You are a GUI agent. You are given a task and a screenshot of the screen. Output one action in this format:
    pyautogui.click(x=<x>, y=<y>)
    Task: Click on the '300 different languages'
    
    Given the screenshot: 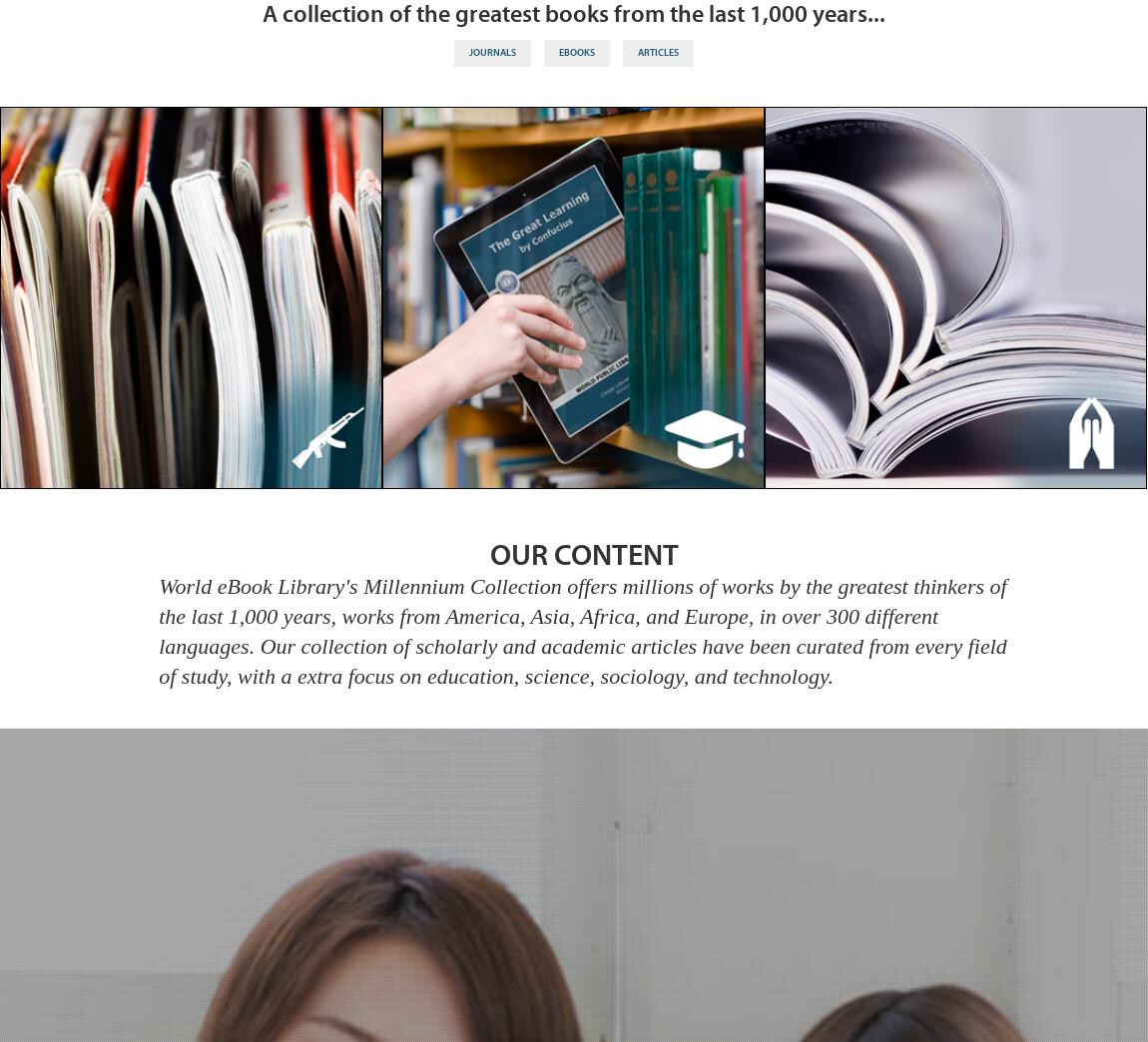 What is the action you would take?
    pyautogui.click(x=548, y=630)
    